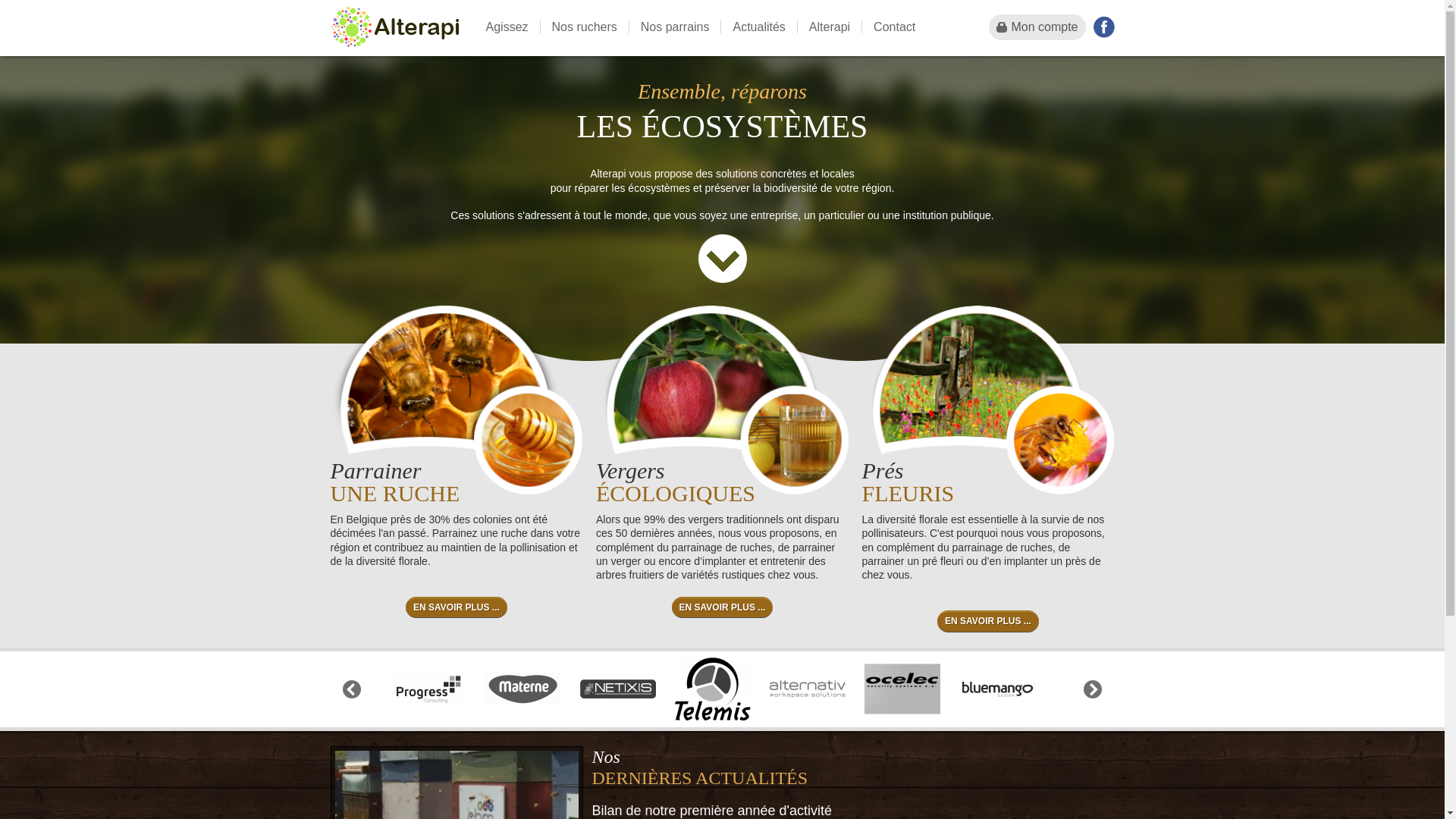  I want to click on 'ocelec-security-systems-sa', so click(864, 689).